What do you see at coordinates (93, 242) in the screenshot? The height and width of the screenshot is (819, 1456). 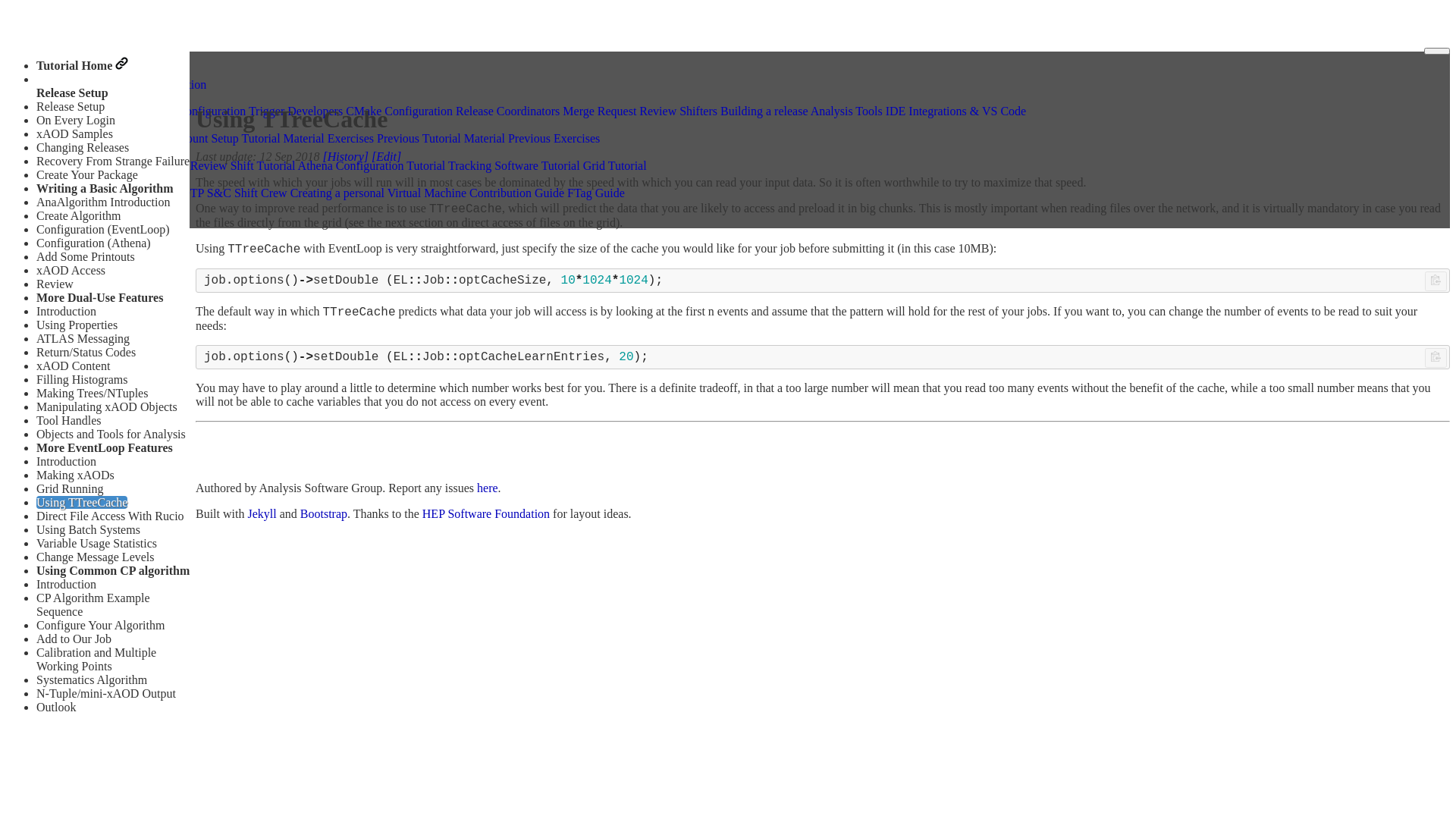 I see `'Configuration (Athena)'` at bounding box center [93, 242].